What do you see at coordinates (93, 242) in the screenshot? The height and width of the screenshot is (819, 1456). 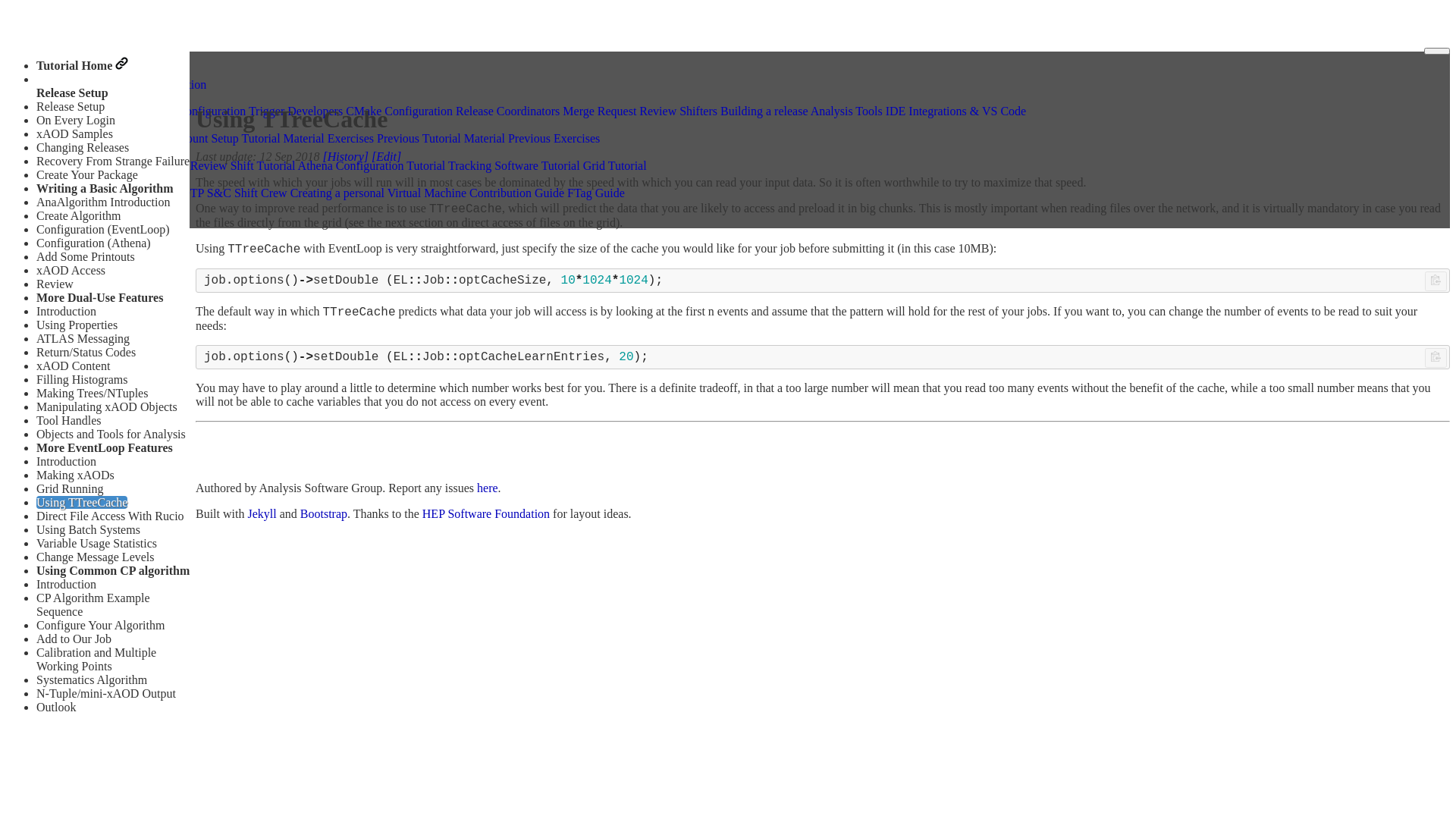 I see `'Configuration (Athena)'` at bounding box center [93, 242].